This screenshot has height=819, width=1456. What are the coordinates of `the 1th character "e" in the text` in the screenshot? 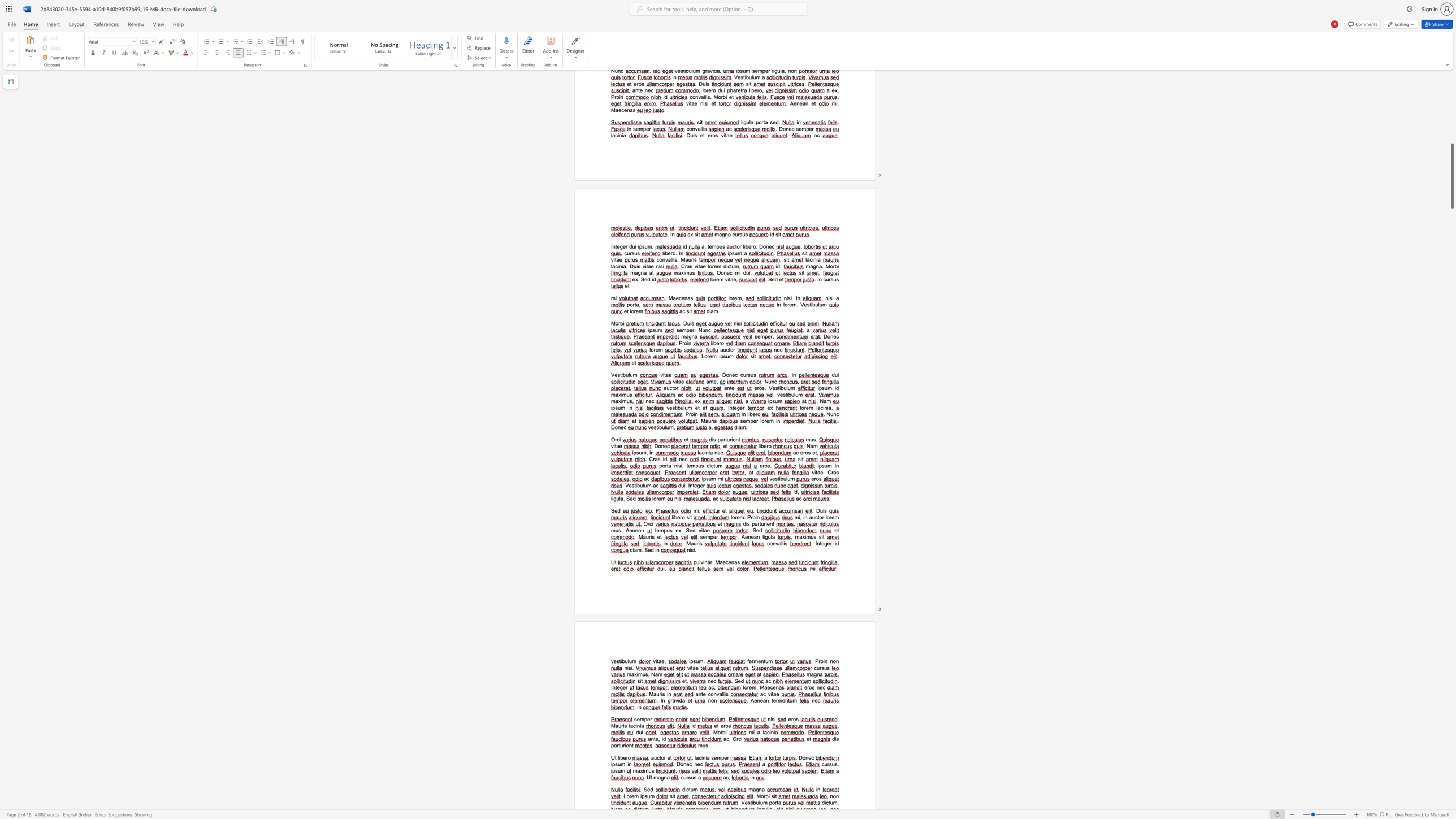 It's located at (630, 530).